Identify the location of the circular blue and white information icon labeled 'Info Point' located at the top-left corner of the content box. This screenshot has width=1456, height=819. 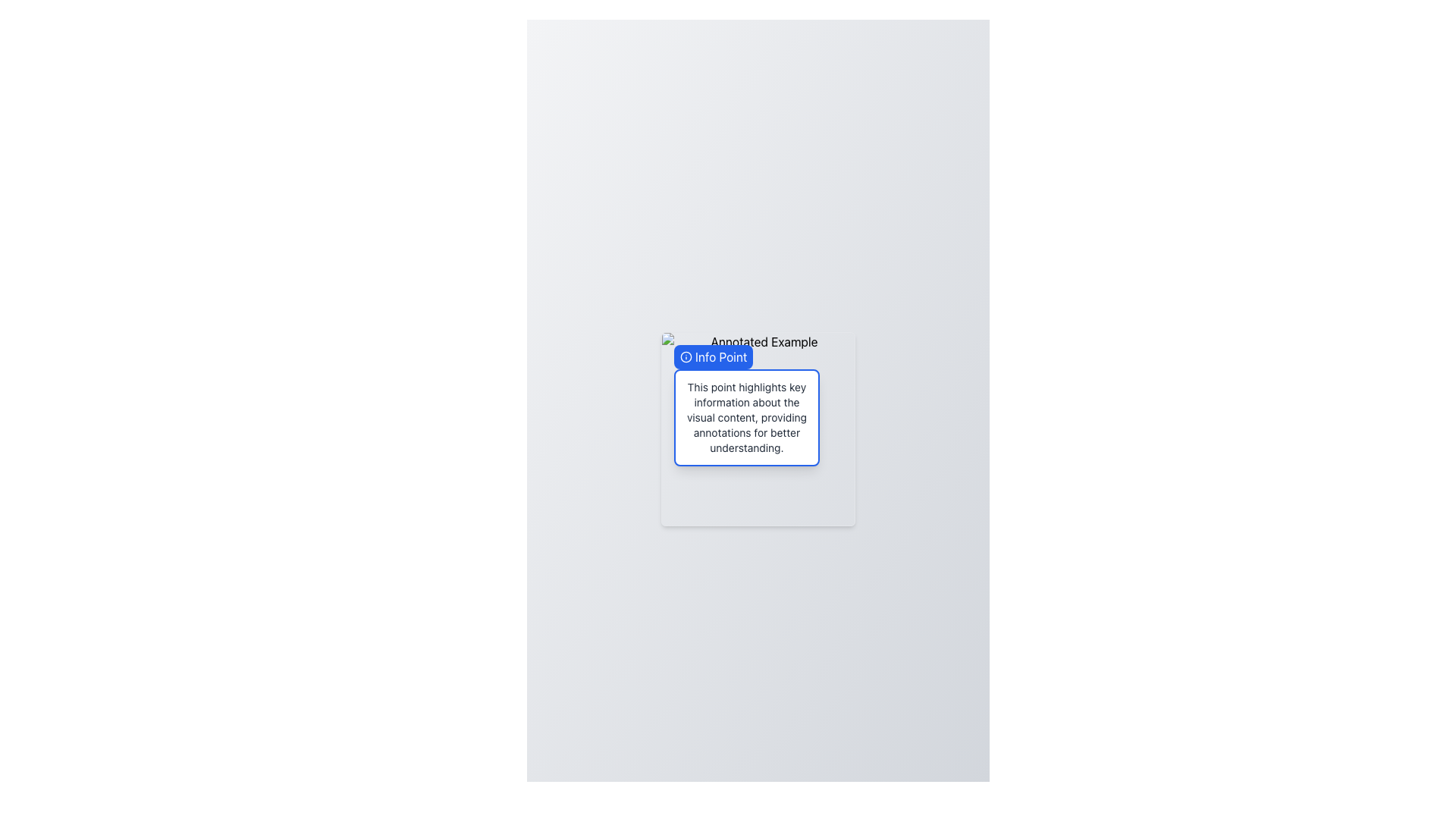
(686, 356).